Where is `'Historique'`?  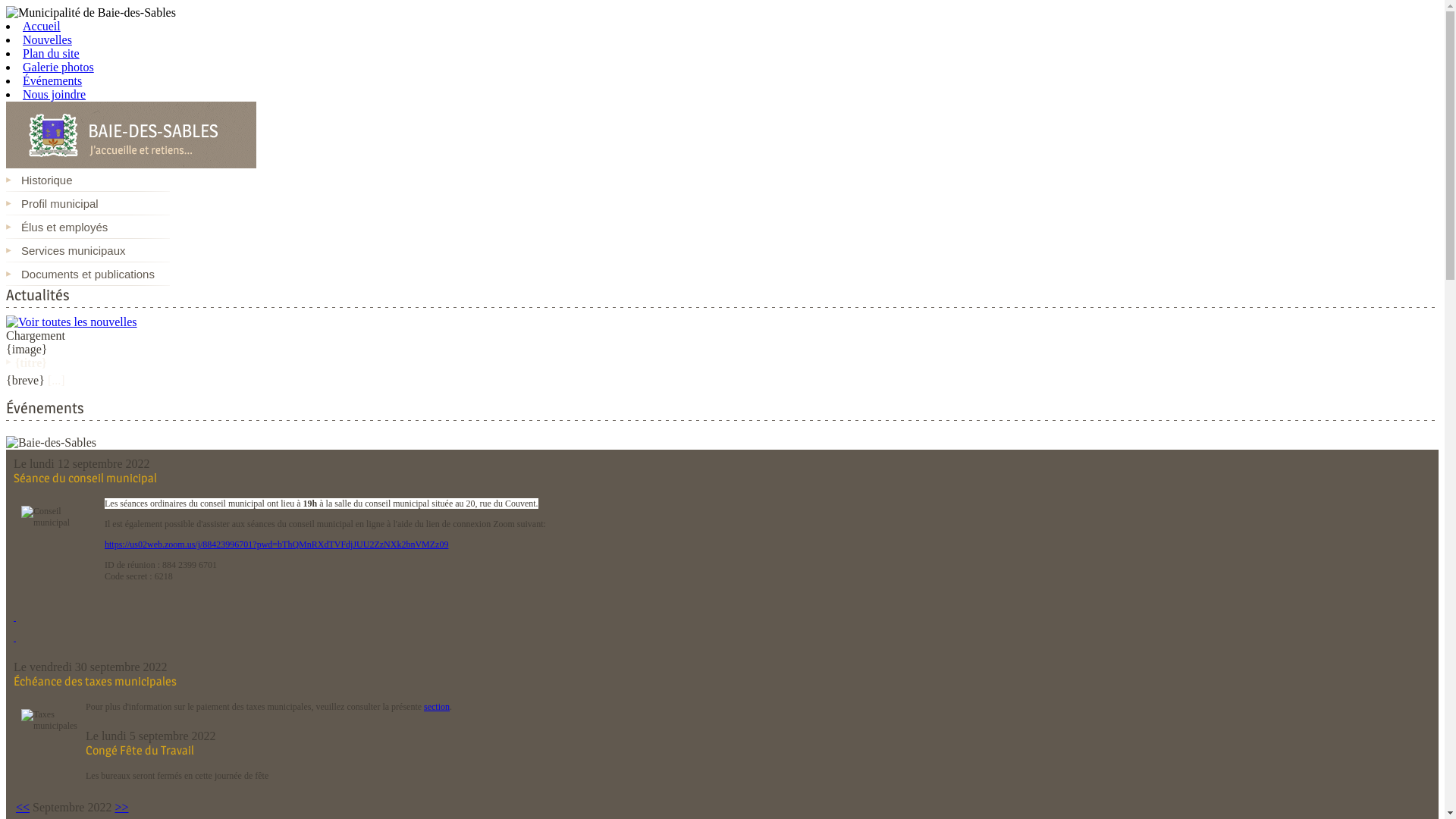
'Historique' is located at coordinates (86, 179).